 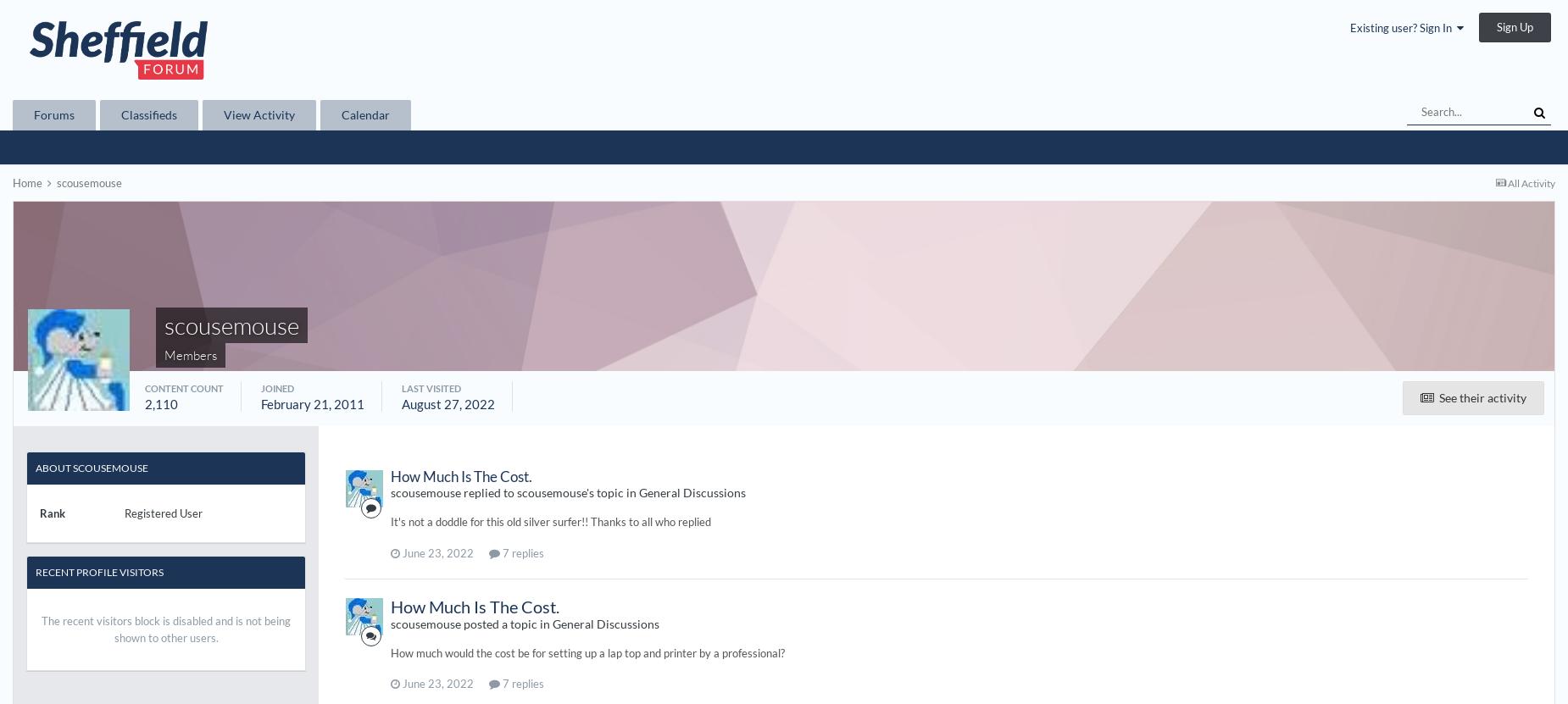 I want to click on 'posted a topic in', so click(x=506, y=622).